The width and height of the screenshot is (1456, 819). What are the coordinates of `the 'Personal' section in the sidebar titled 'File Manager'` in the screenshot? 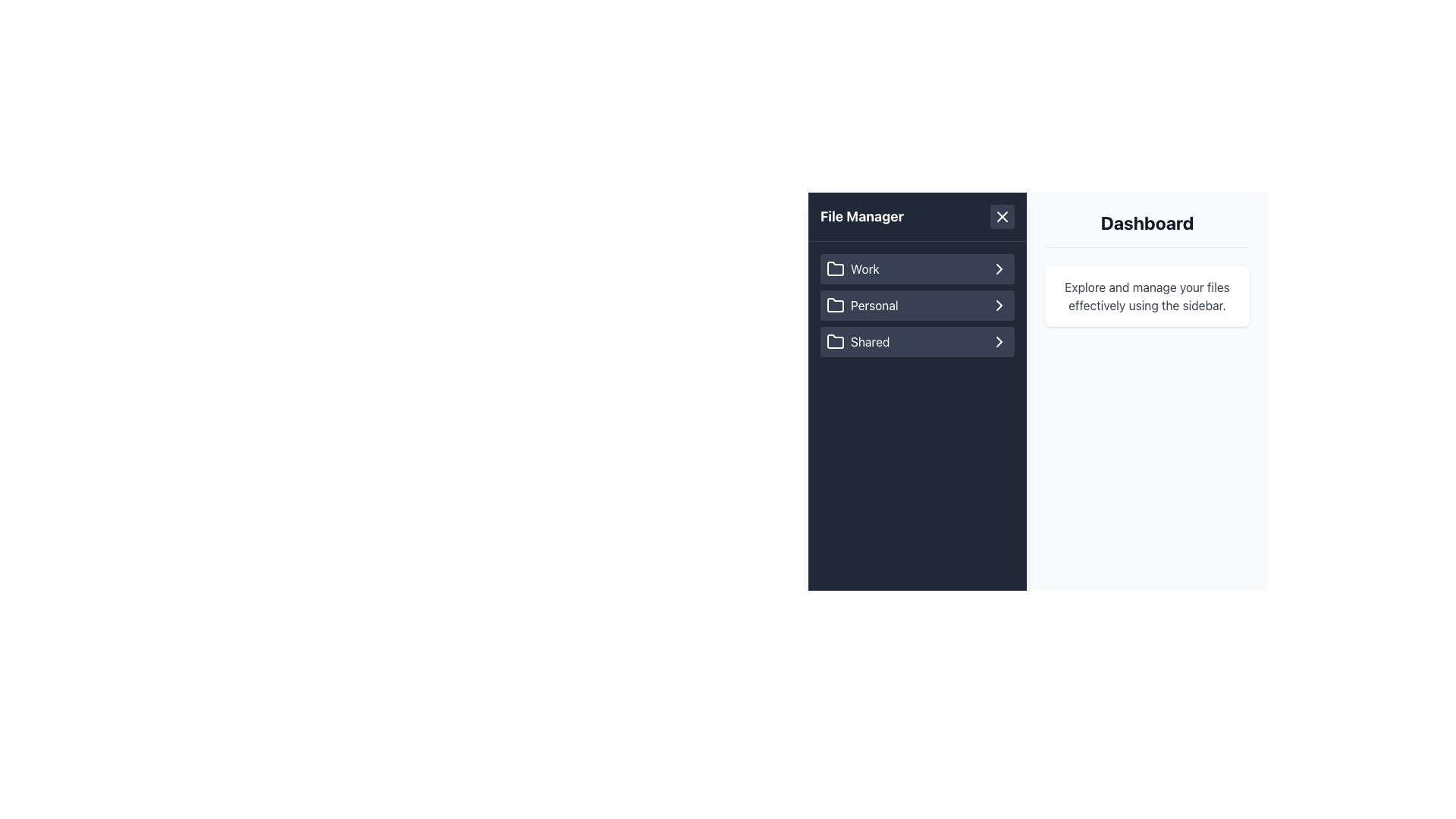 It's located at (916, 308).